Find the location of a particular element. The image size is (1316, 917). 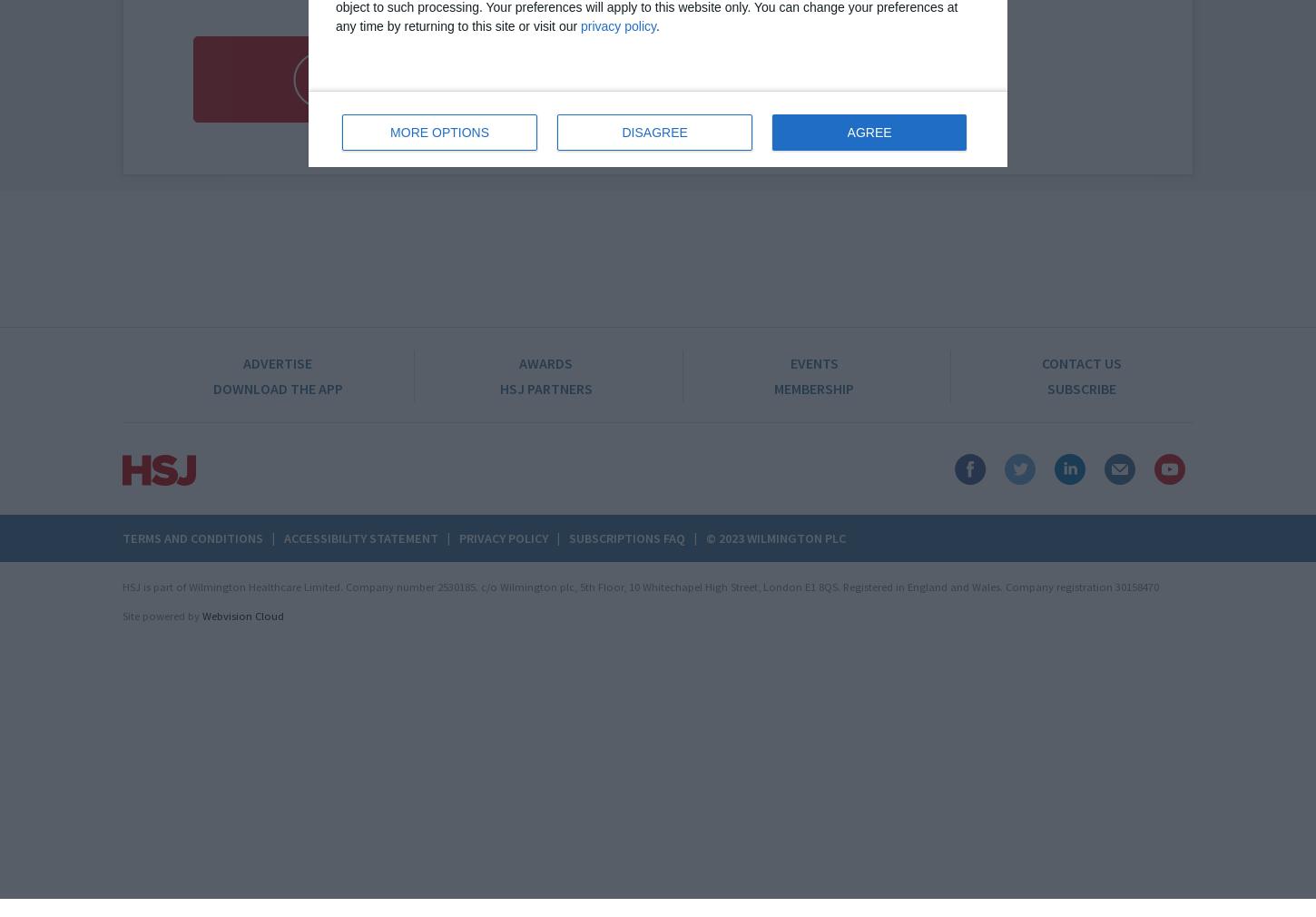

'Webvision Cloud' is located at coordinates (242, 615).